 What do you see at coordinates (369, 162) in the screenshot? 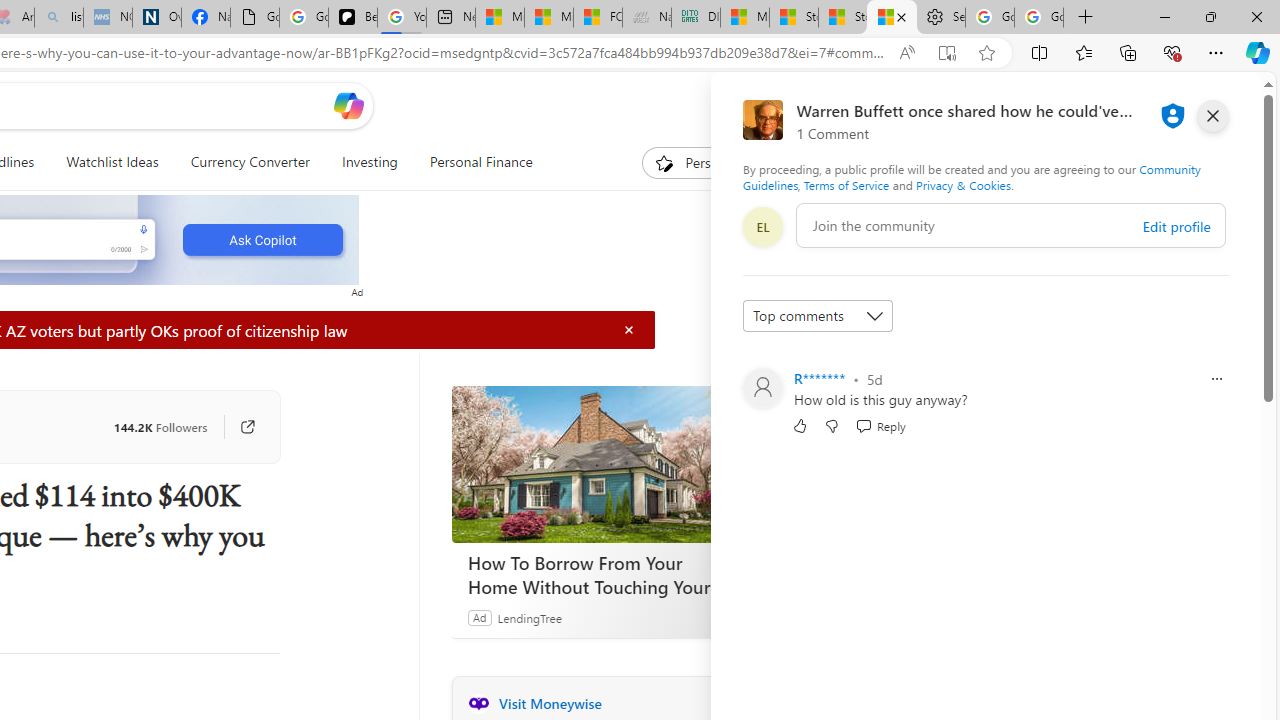
I see `'Investing'` at bounding box center [369, 162].